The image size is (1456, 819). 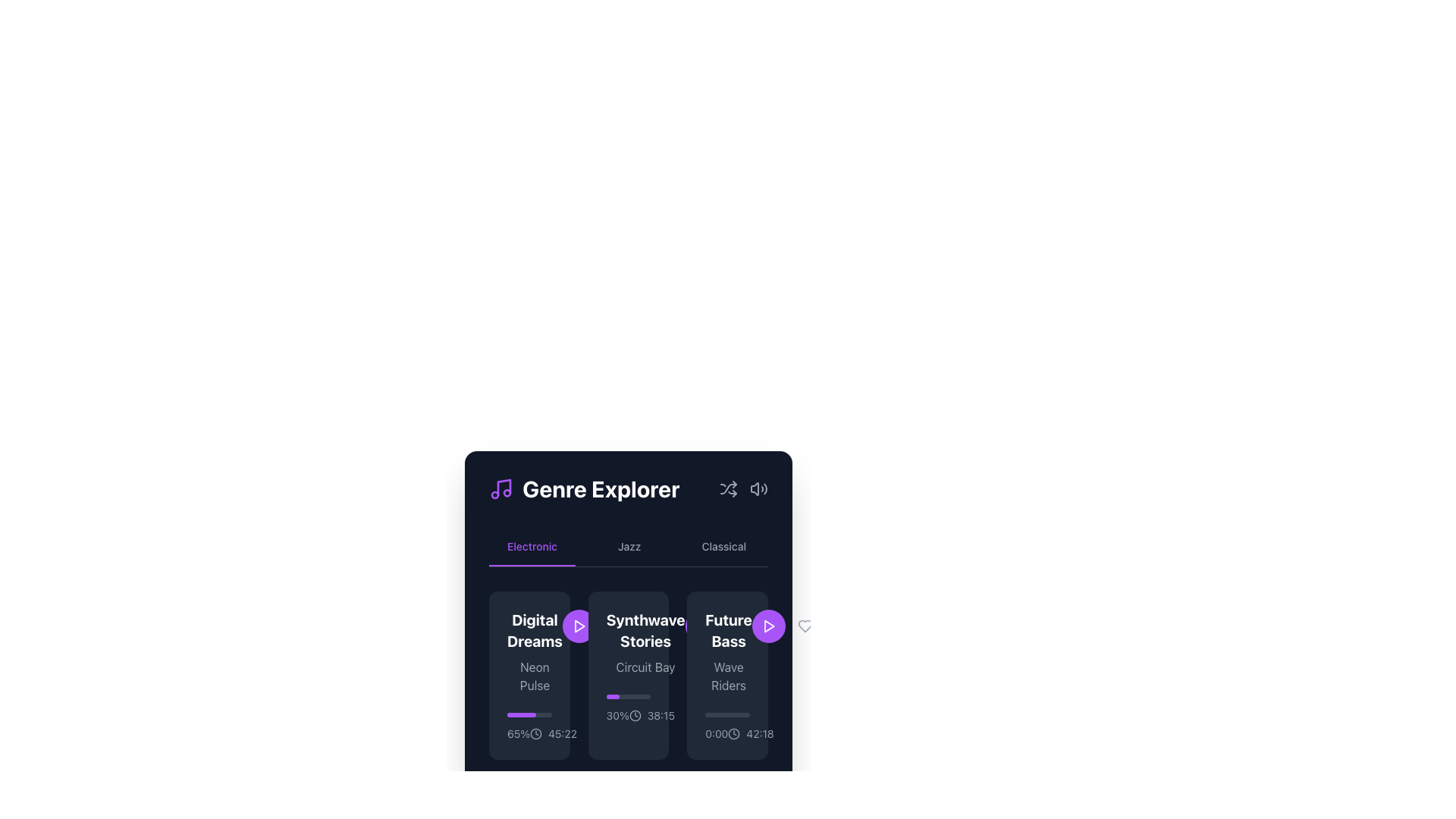 What do you see at coordinates (536, 733) in the screenshot?
I see `the clock icon located to the left of the '45:22' text and beneath the '65%' progress label within the 'Digital Dreams' card` at bounding box center [536, 733].